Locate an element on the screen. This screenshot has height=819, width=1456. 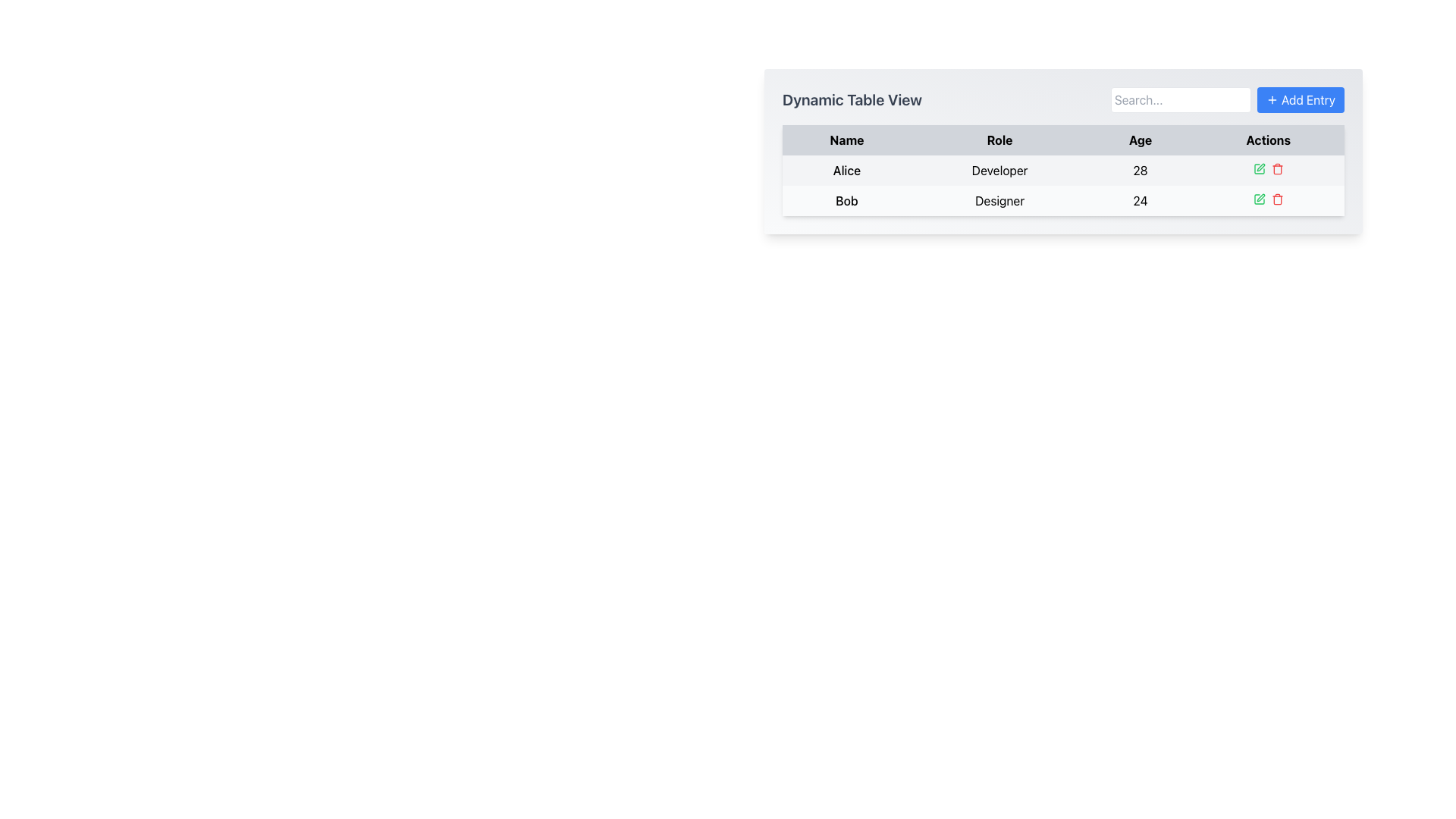
the non-interactive text element displaying Bob's age located in the second row of the table under the 'Age' column is located at coordinates (1141, 200).